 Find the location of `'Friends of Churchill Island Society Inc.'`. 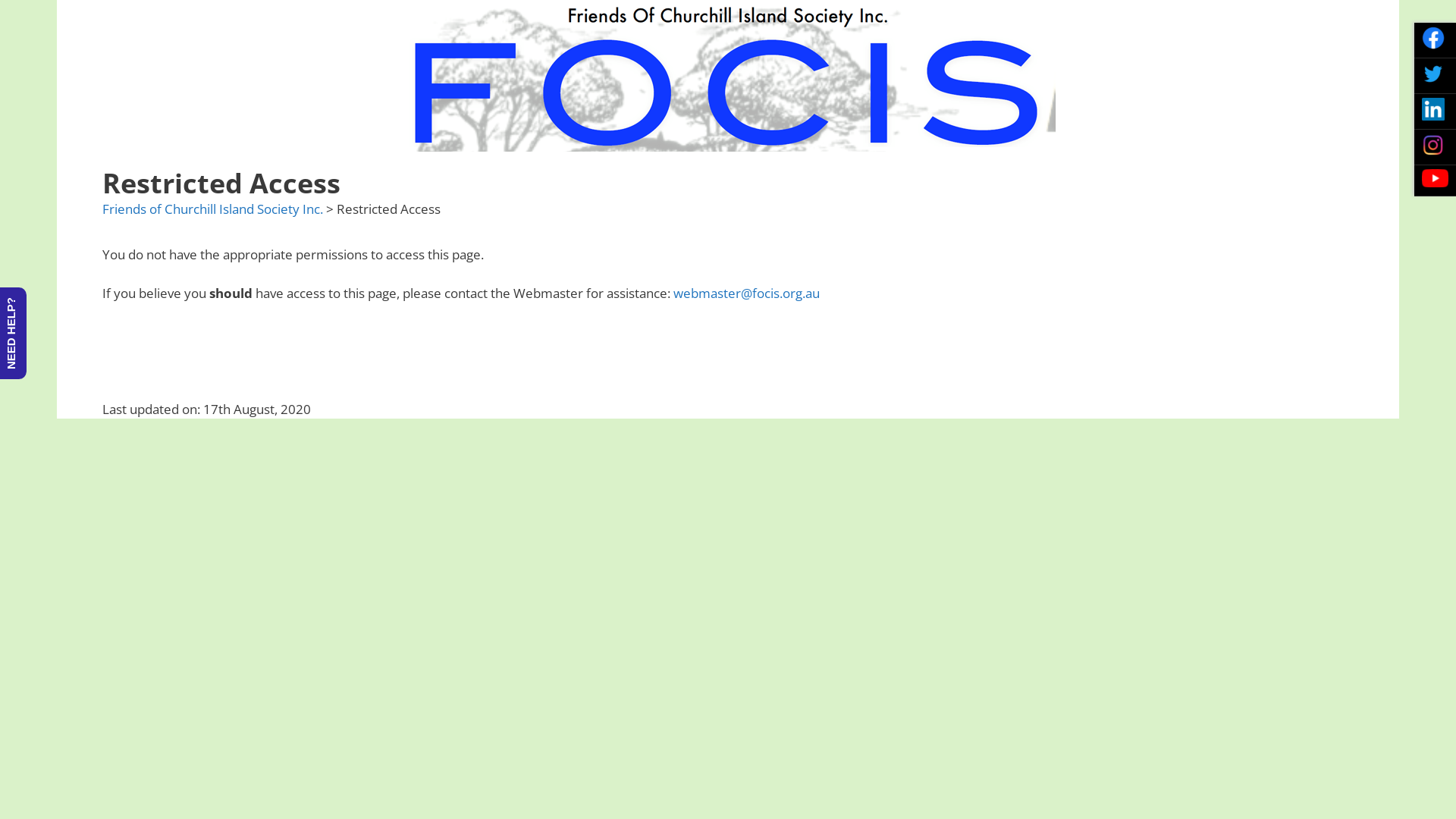

'Friends of Churchill Island Society Inc.' is located at coordinates (212, 209).